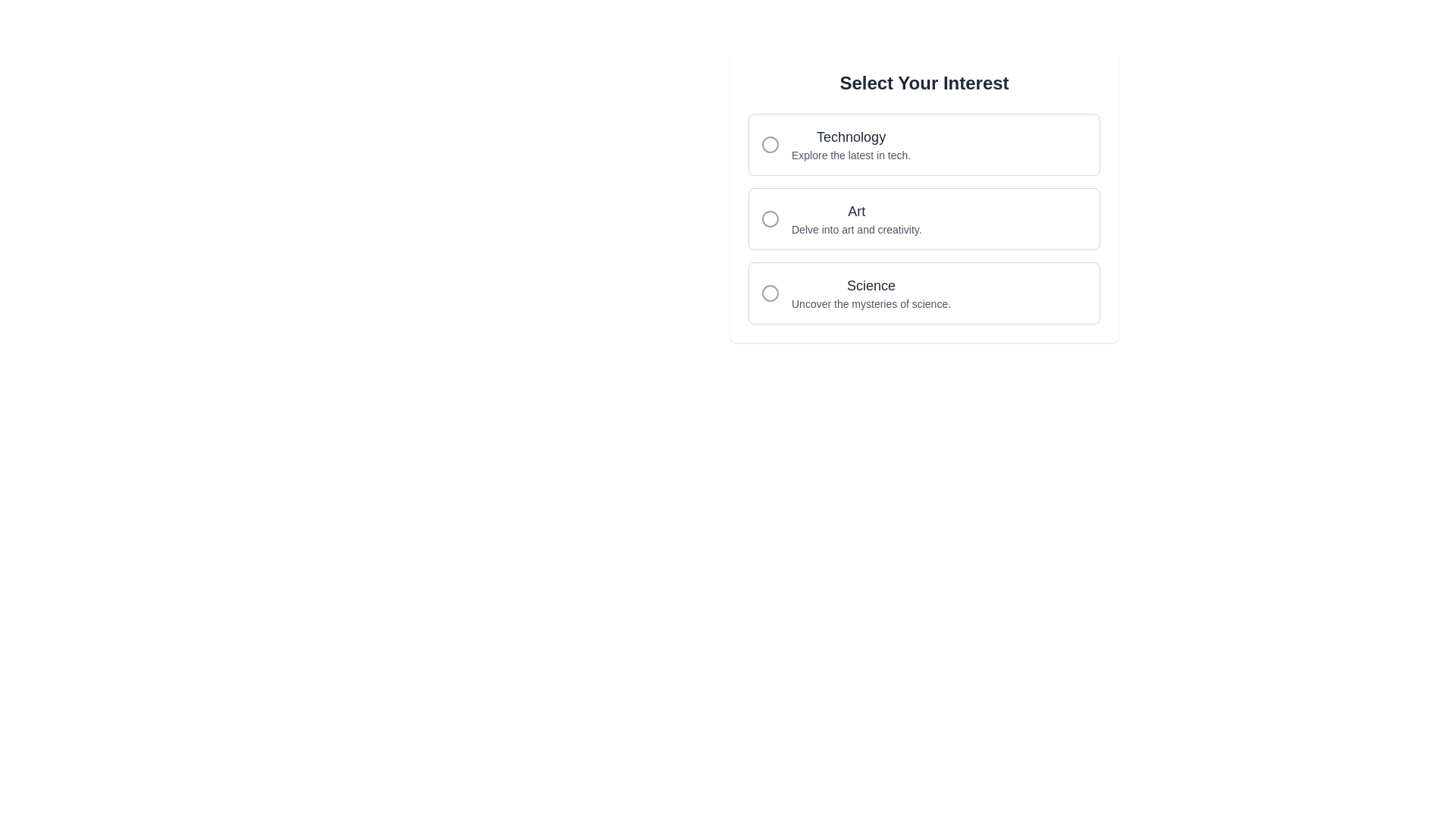 Image resolution: width=1456 pixels, height=819 pixels. I want to click on the 'Art' radio button, so click(924, 219).